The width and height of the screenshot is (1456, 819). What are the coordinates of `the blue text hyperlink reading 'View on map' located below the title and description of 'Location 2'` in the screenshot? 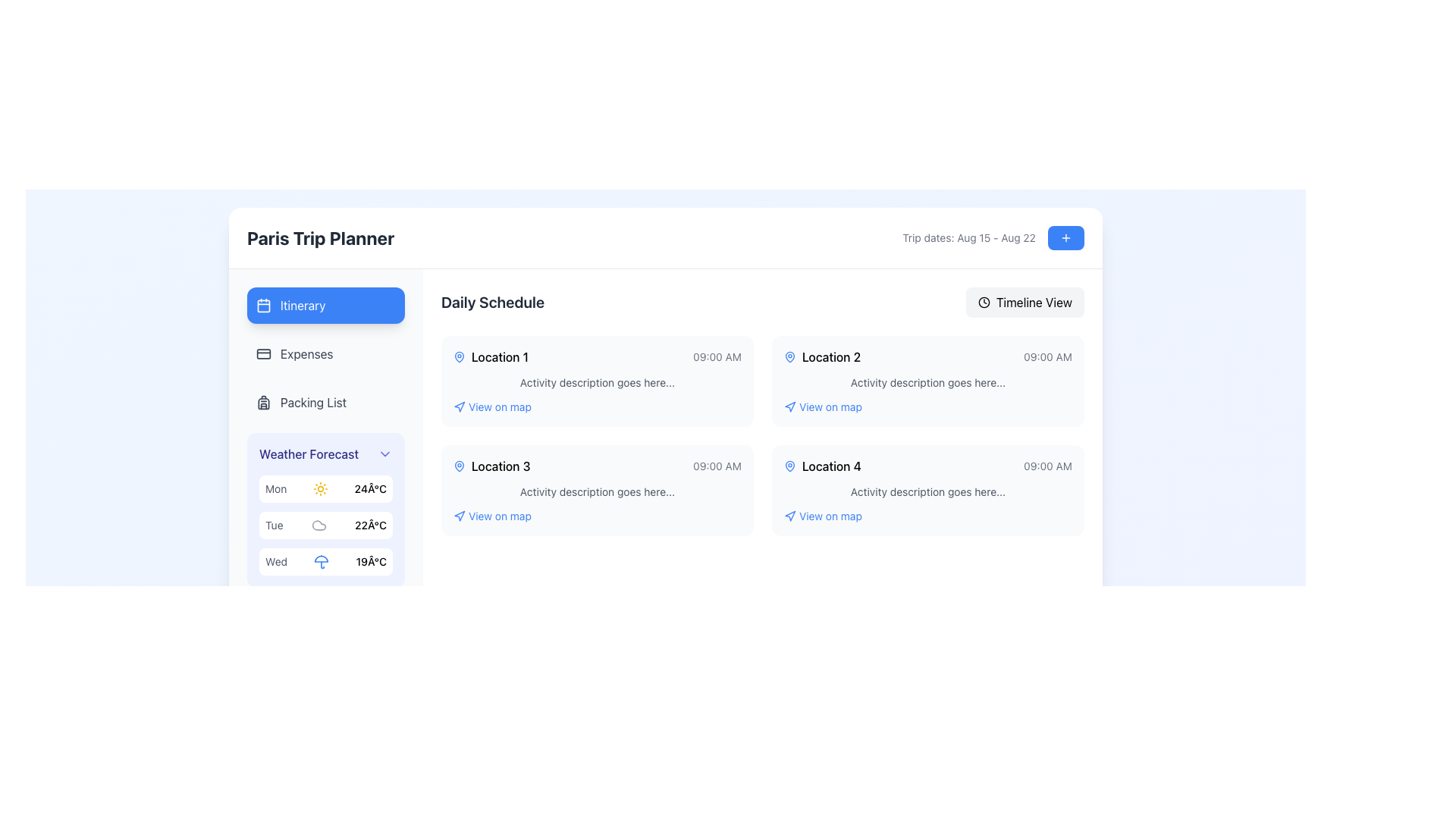 It's located at (829, 406).